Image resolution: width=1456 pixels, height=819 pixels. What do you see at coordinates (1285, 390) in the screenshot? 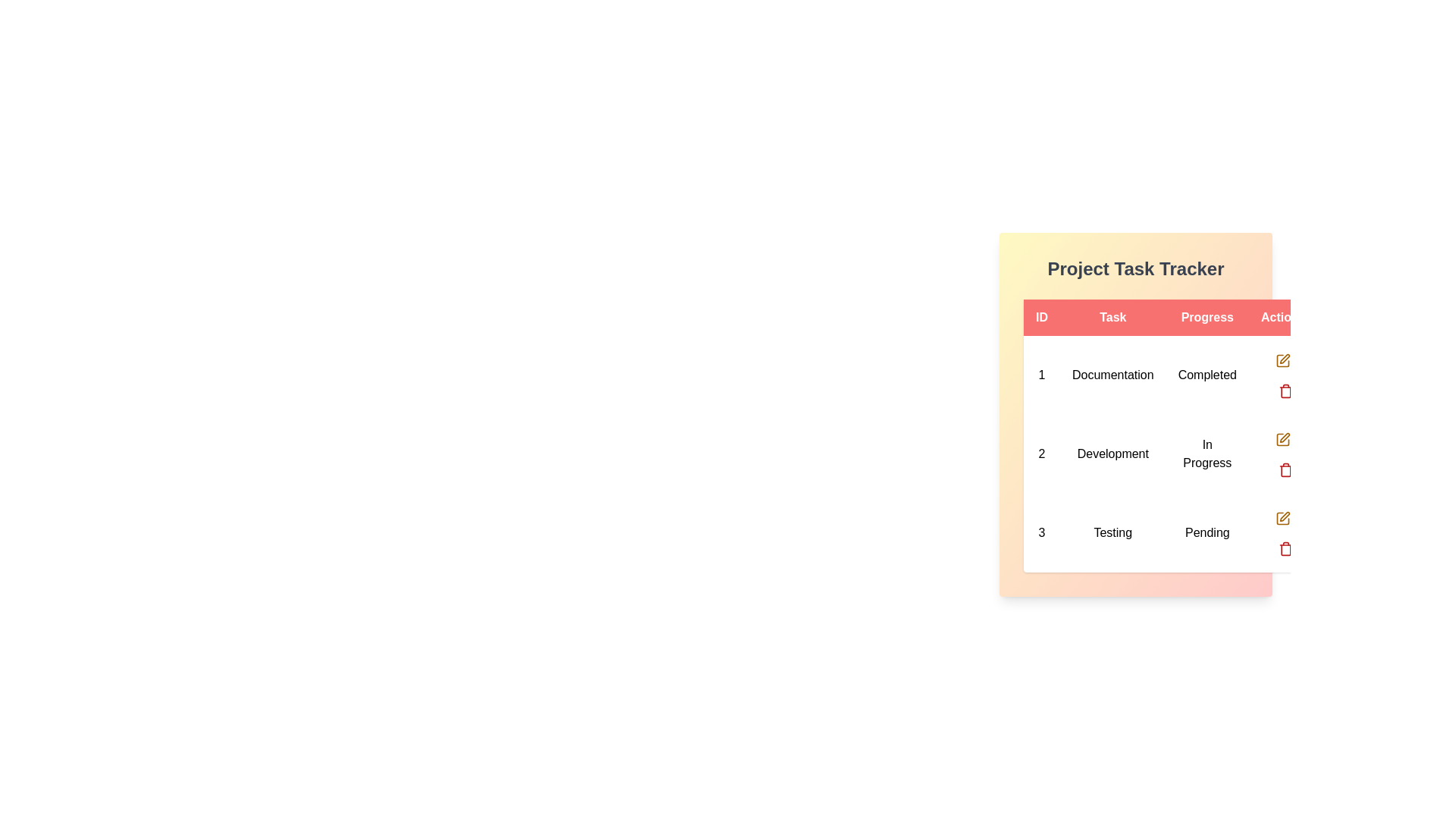
I see `delete button for task 1` at bounding box center [1285, 390].